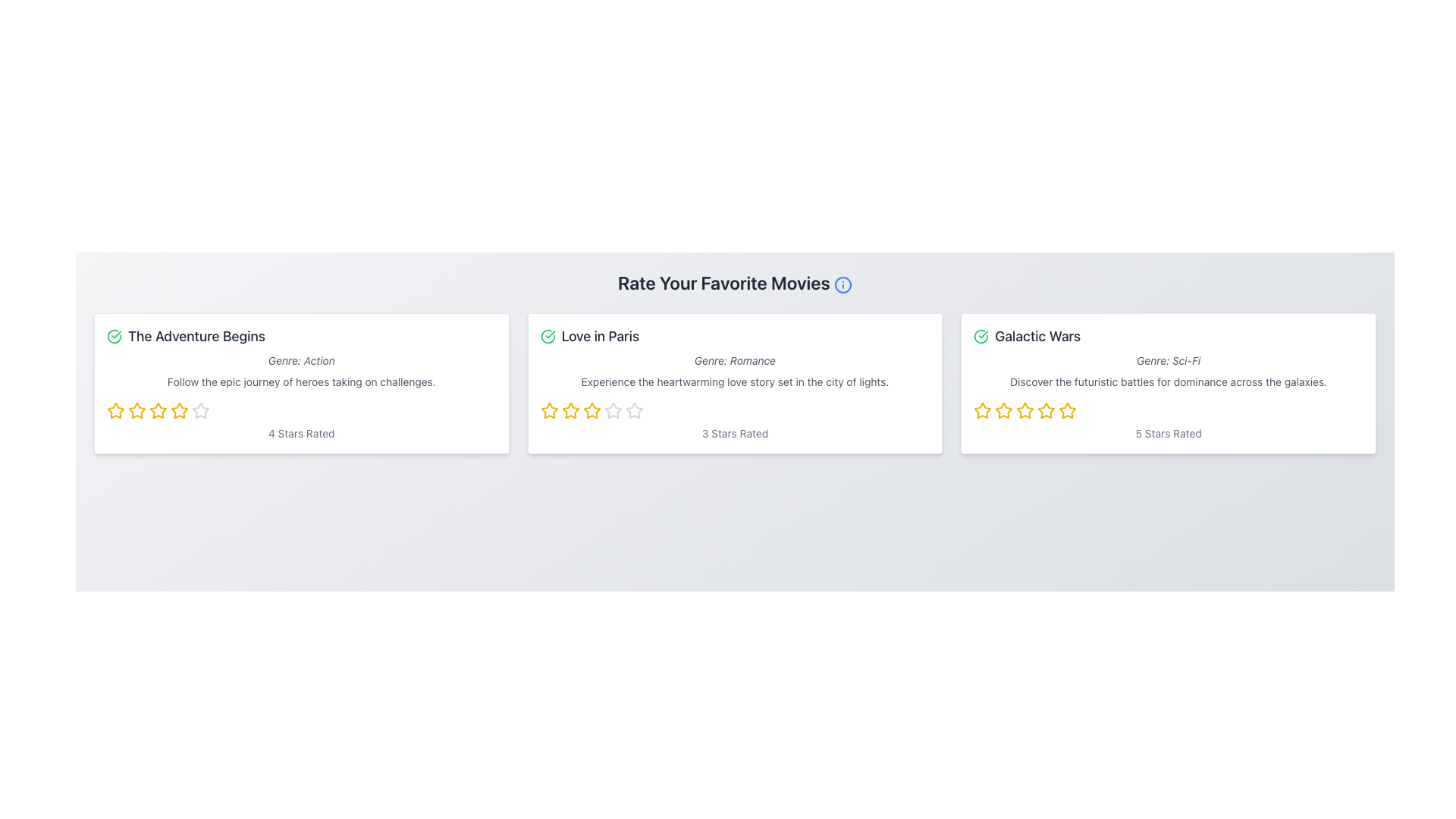 This screenshot has width=1456, height=819. What do you see at coordinates (1168, 433) in the screenshot?
I see `the text label displaying '5 Stars Rated' located at the lower part of the 'Galactic Wars' card section, below the yellow stars representing ratings` at bounding box center [1168, 433].